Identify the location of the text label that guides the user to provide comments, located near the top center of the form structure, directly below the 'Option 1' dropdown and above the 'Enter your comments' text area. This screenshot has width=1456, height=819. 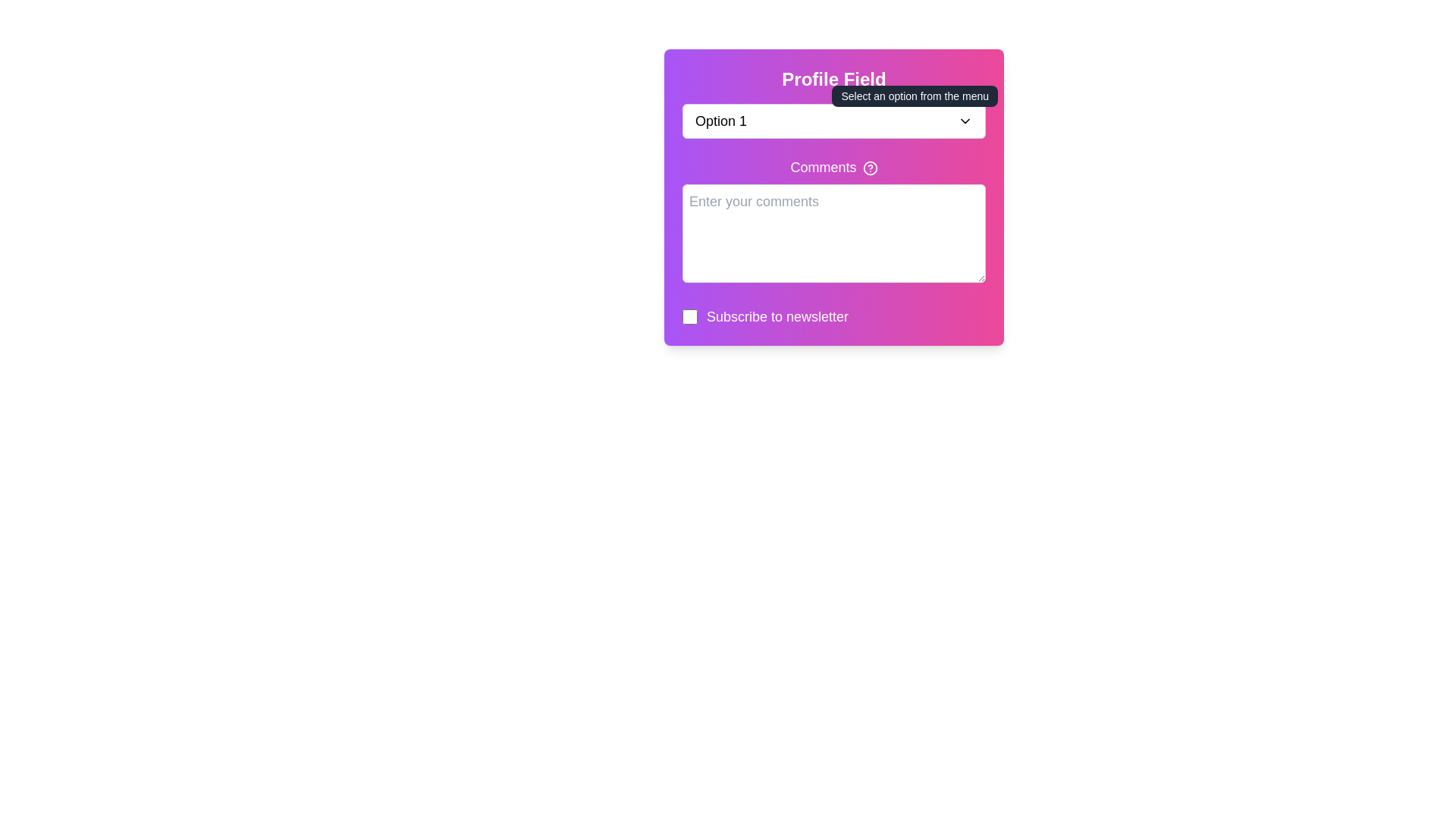
(833, 167).